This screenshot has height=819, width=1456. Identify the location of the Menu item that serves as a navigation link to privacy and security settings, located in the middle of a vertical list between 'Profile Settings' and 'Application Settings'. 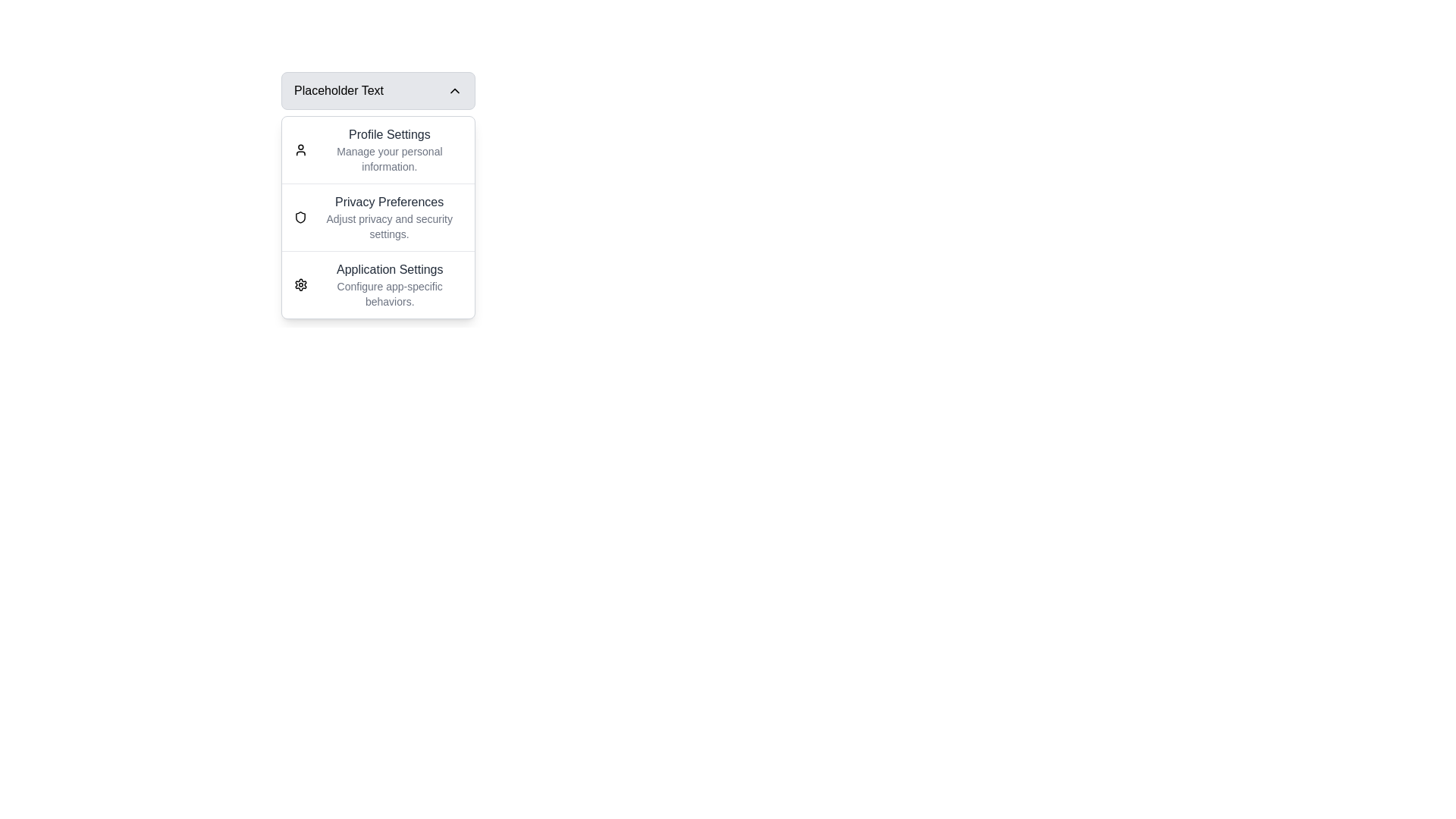
(378, 216).